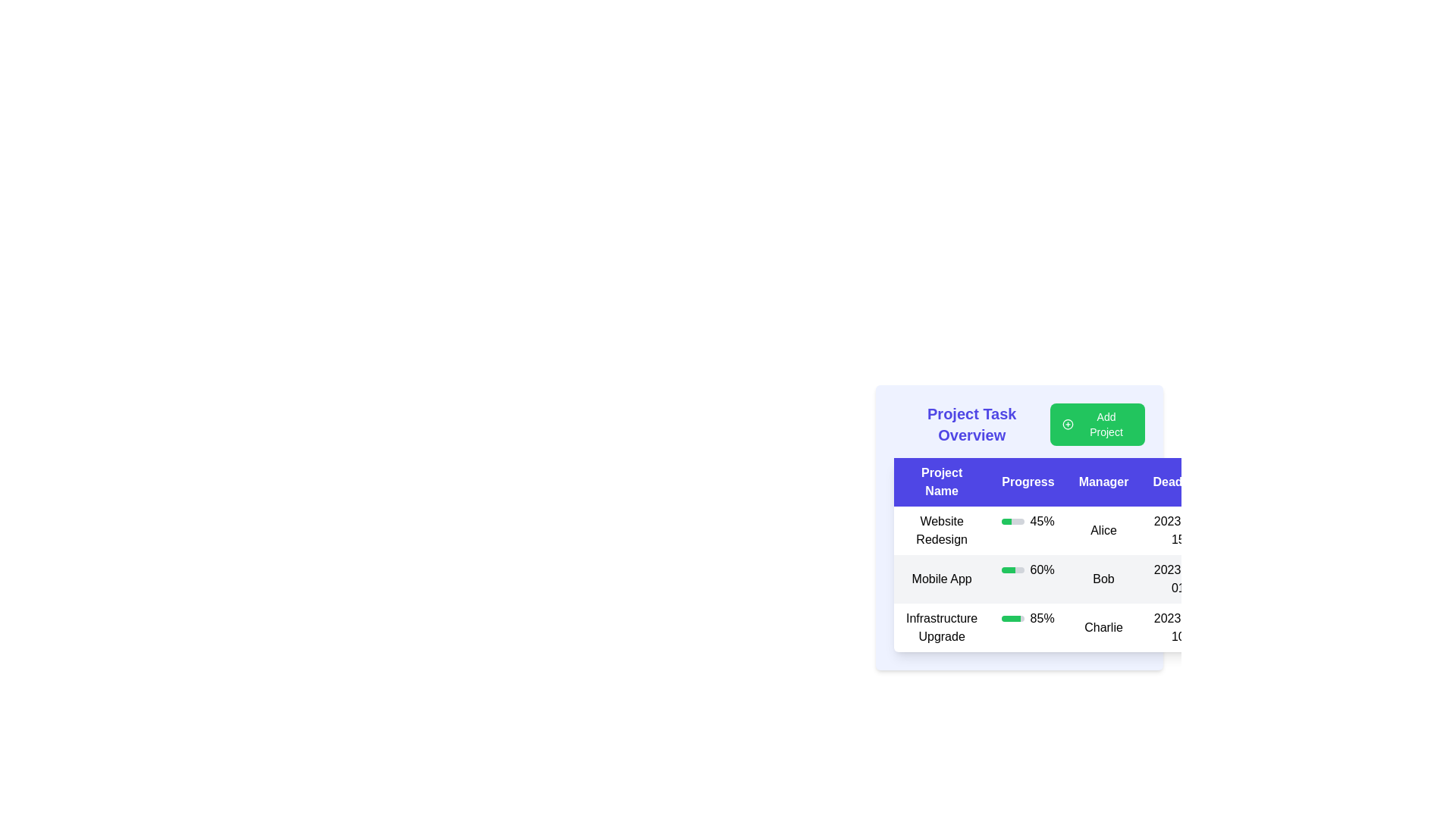 The height and width of the screenshot is (819, 1456). Describe the element at coordinates (1103, 579) in the screenshot. I see `the static text label displaying 'Bob' located under the 'Manager' column in the 'Mobile App' row of the table for further actions` at that location.